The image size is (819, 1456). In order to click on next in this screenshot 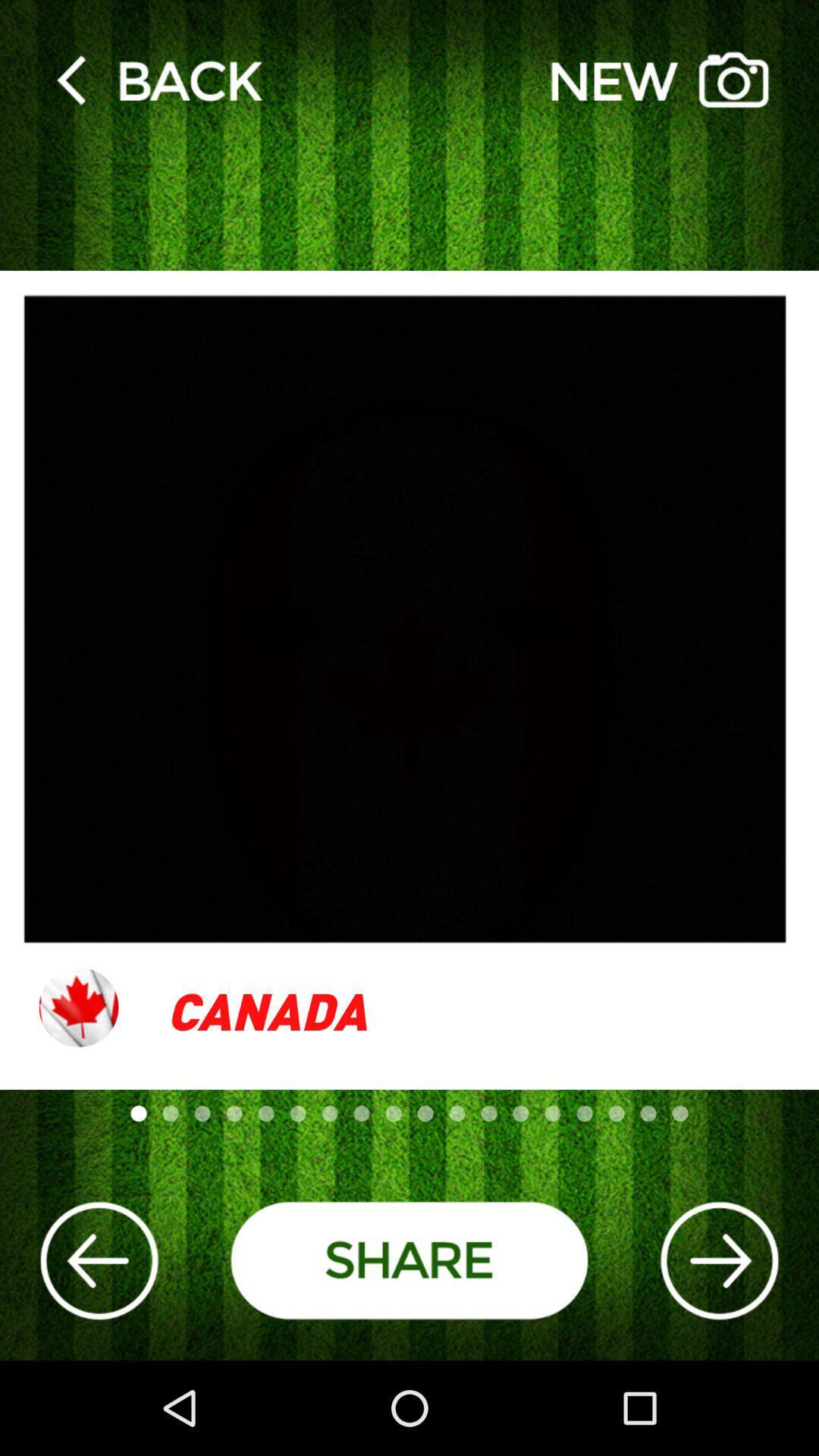, I will do `click(718, 1260)`.